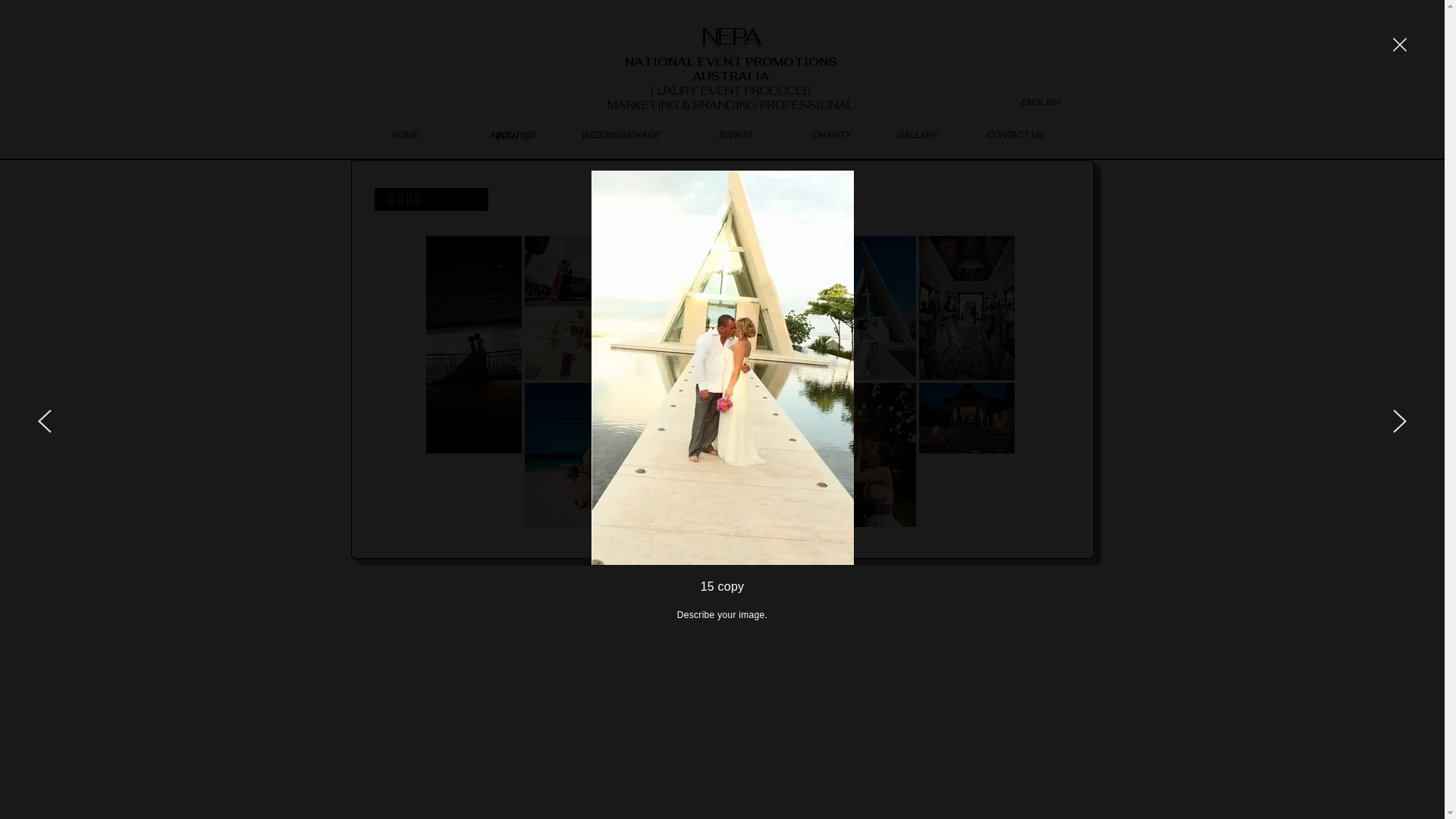 The image size is (1456, 819). Describe the element at coordinates (916, 133) in the screenshot. I see `'GALLERY'` at that location.